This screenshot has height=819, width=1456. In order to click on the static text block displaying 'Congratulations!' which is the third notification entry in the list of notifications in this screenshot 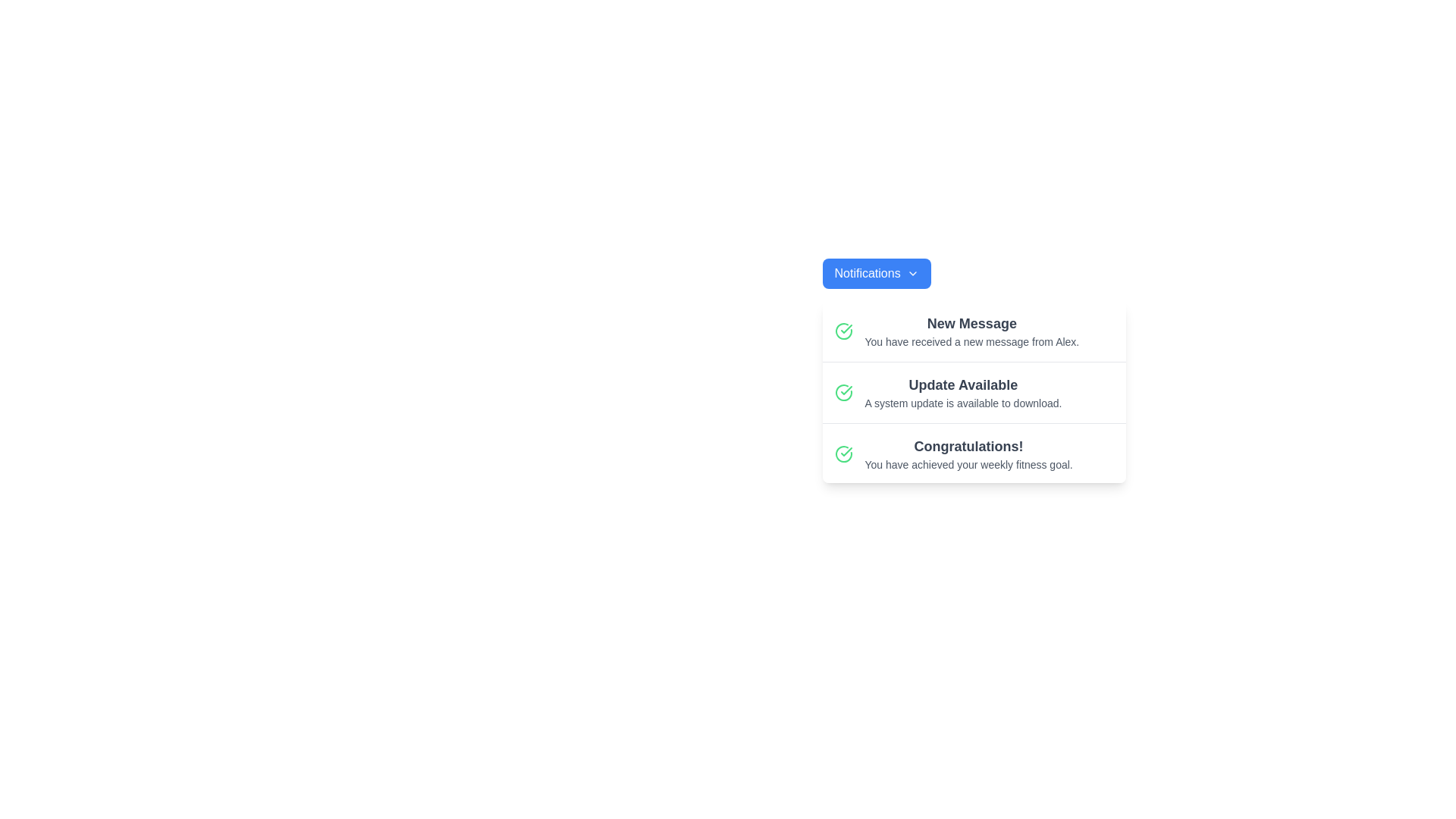, I will do `click(968, 453)`.